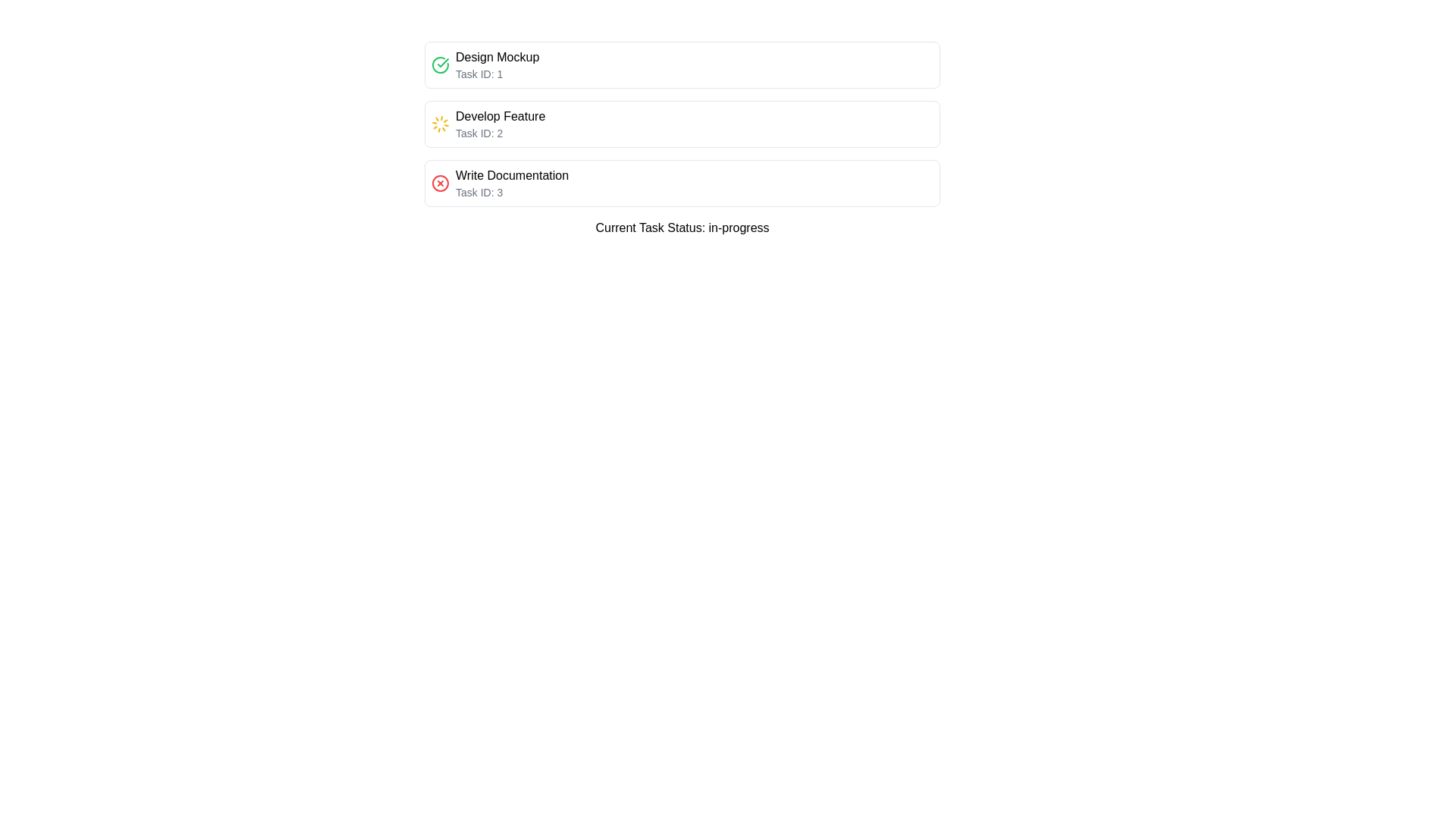 Image resolution: width=1456 pixels, height=819 pixels. I want to click on the loading spinner animation indicating the ongoing process for the 'Develop Feature' task (Task ID: 2) to monitor task progress, so click(439, 124).